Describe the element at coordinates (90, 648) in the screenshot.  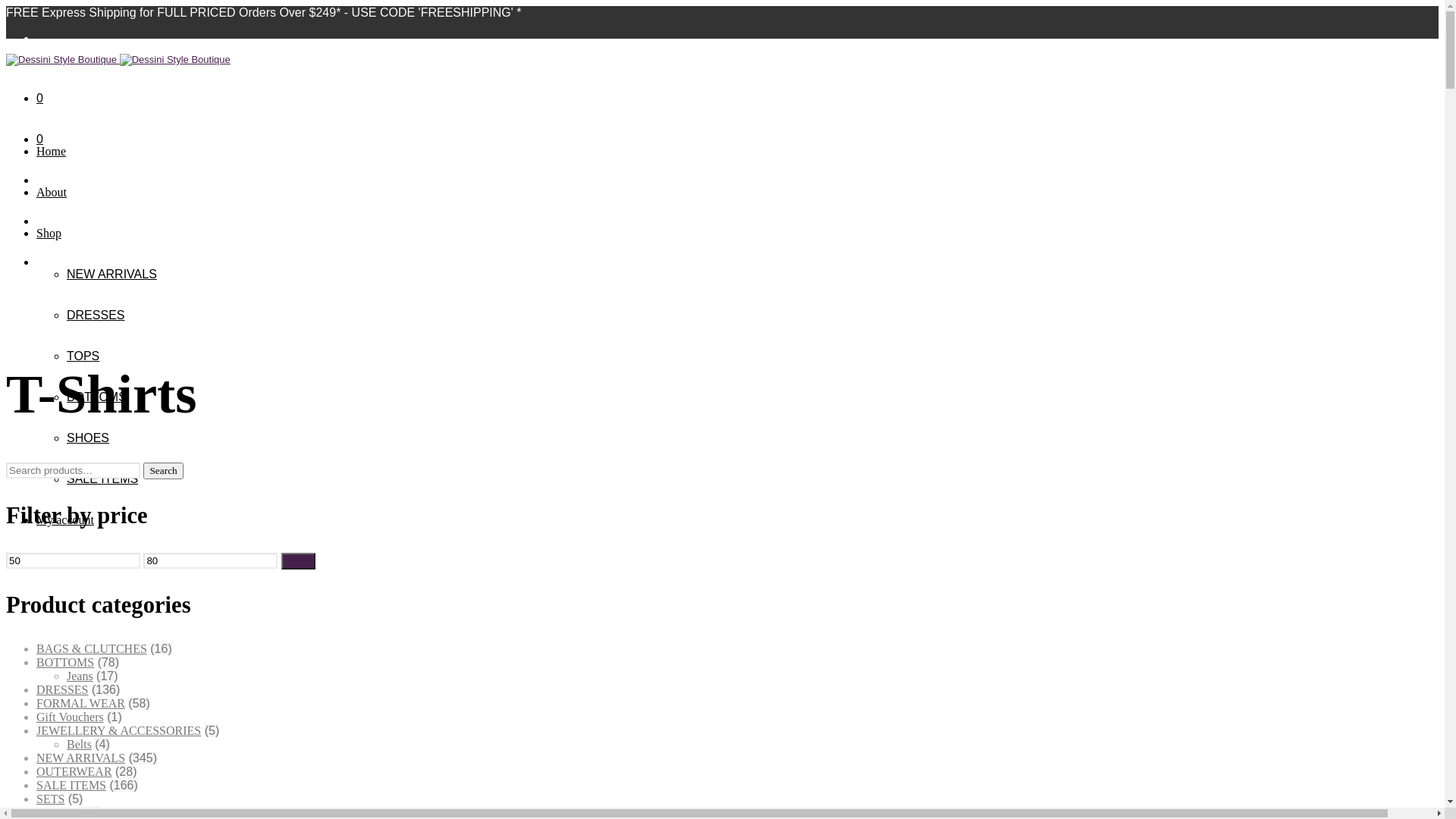
I see `'BAGS & CLUTCHES'` at that location.